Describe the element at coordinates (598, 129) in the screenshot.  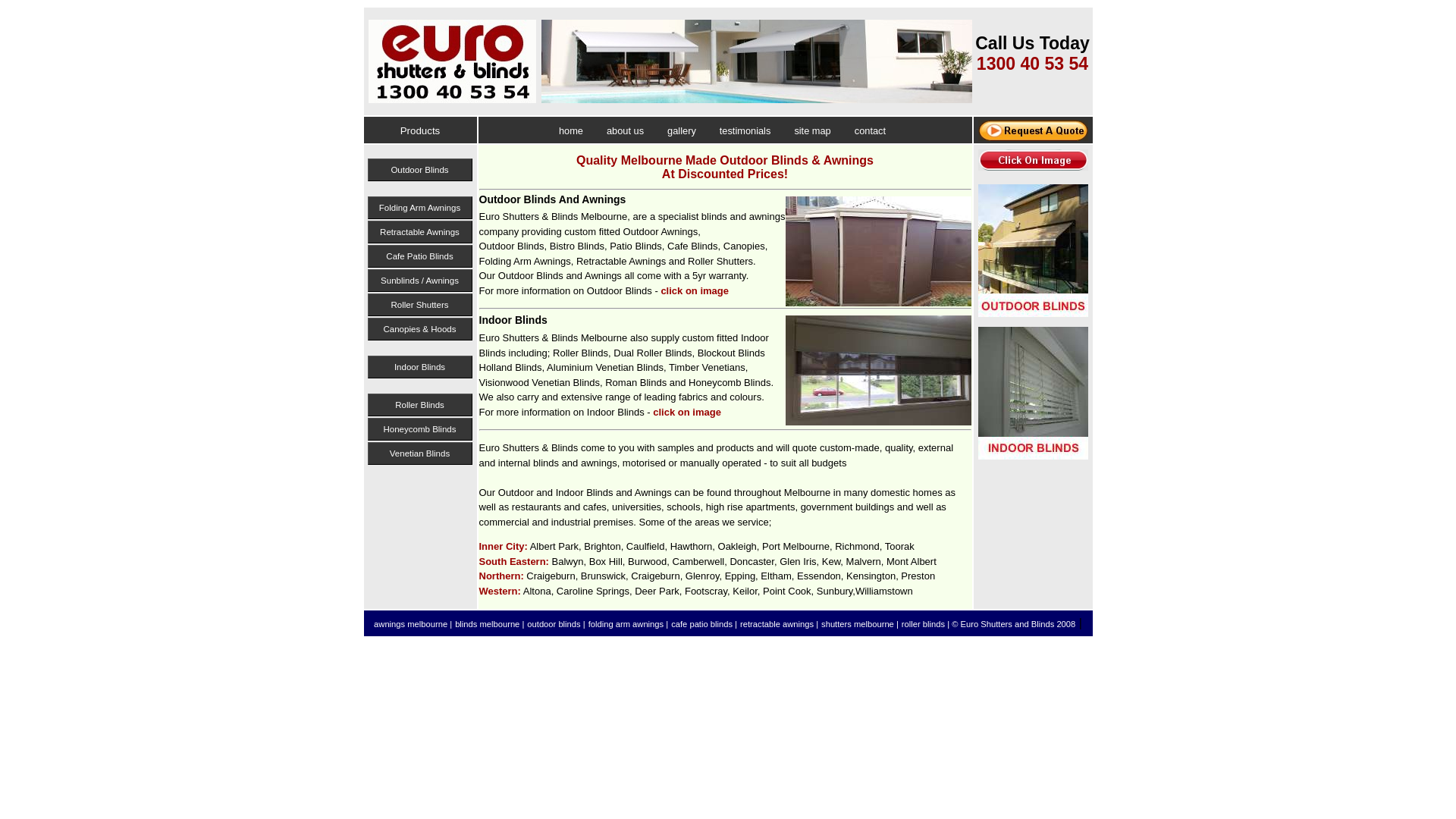
I see `'about us'` at that location.